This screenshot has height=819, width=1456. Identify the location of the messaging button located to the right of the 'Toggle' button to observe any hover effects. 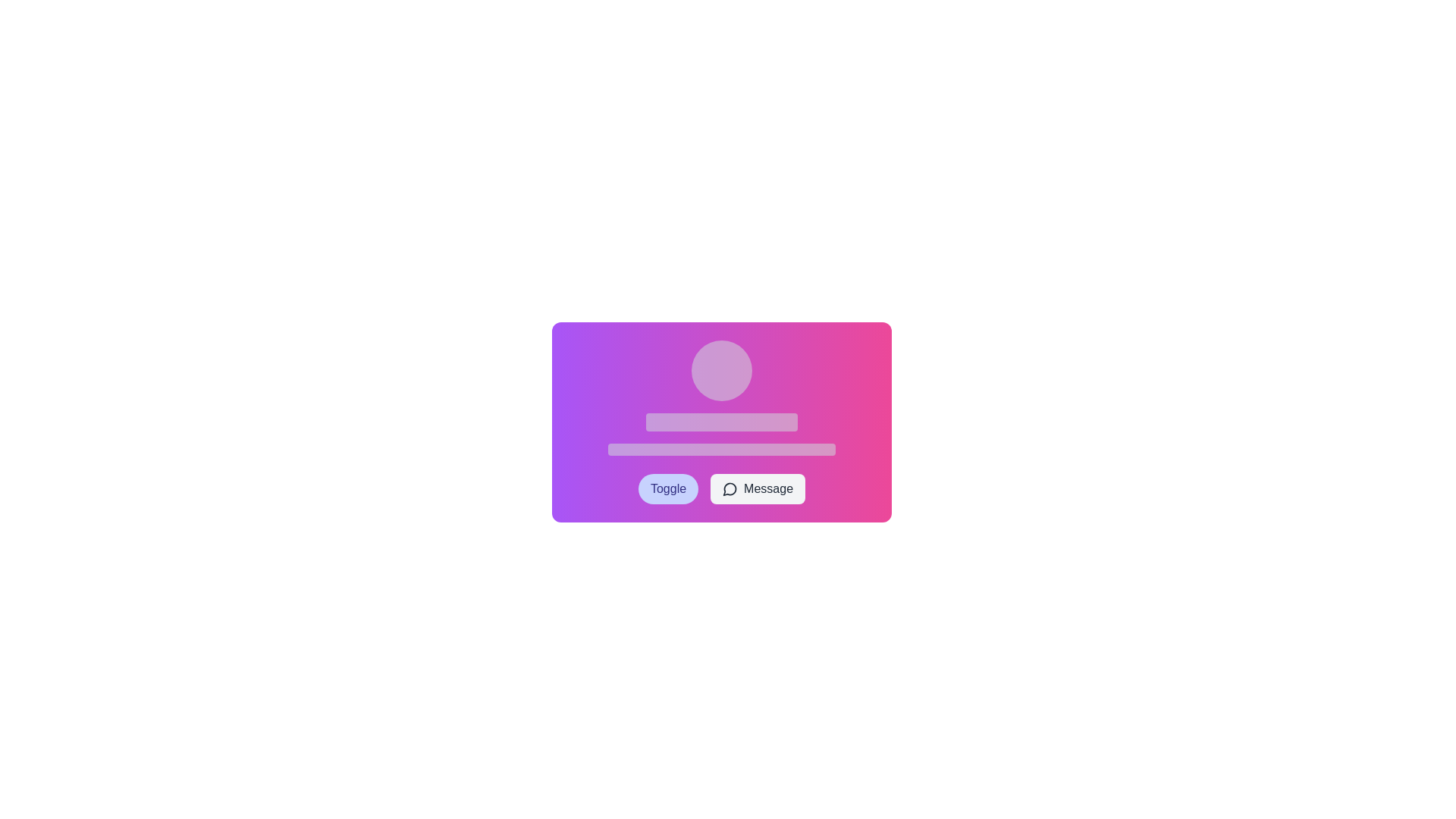
(758, 488).